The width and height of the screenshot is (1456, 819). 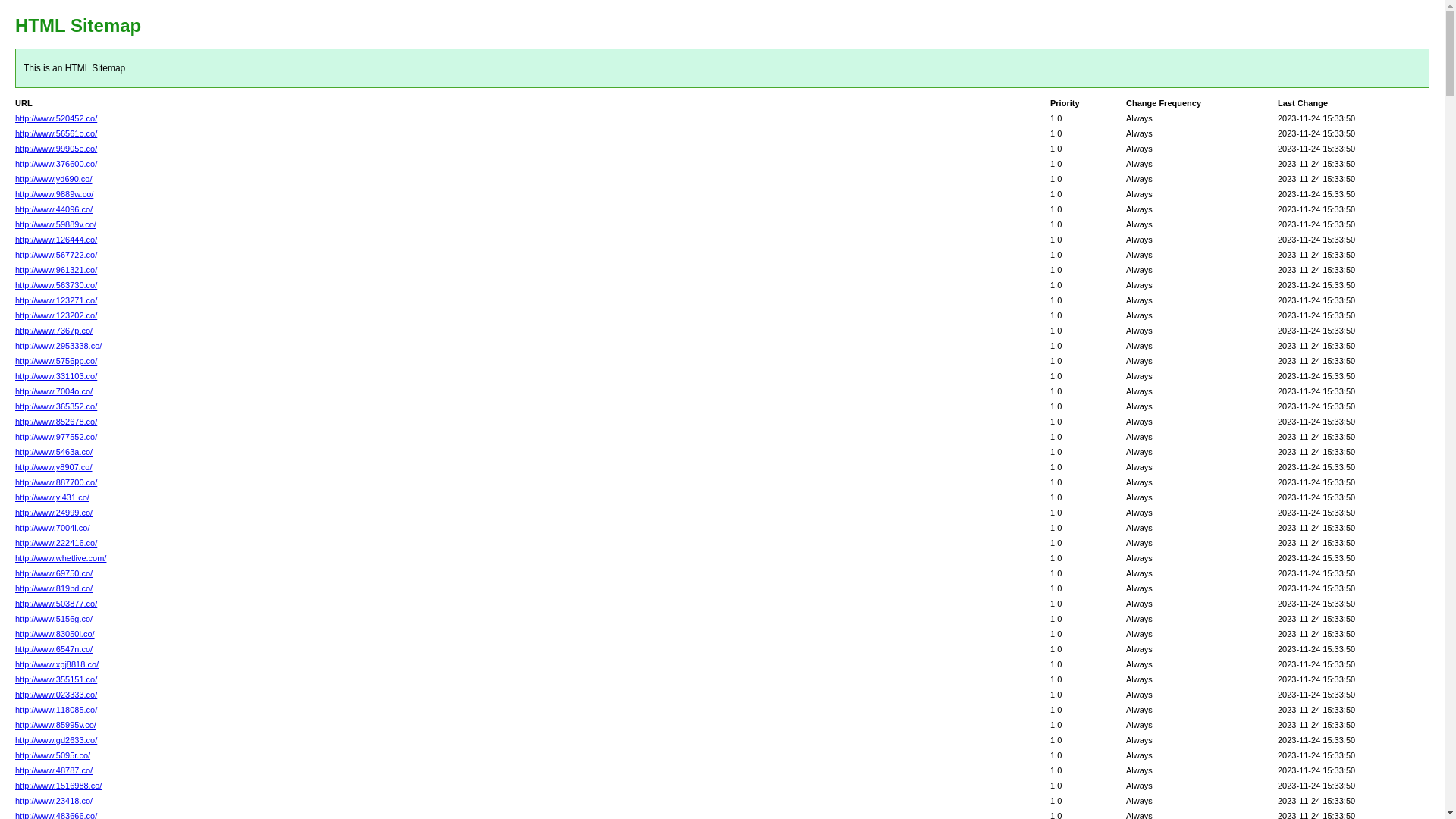 What do you see at coordinates (54, 512) in the screenshot?
I see `'http://www.24999.co/'` at bounding box center [54, 512].